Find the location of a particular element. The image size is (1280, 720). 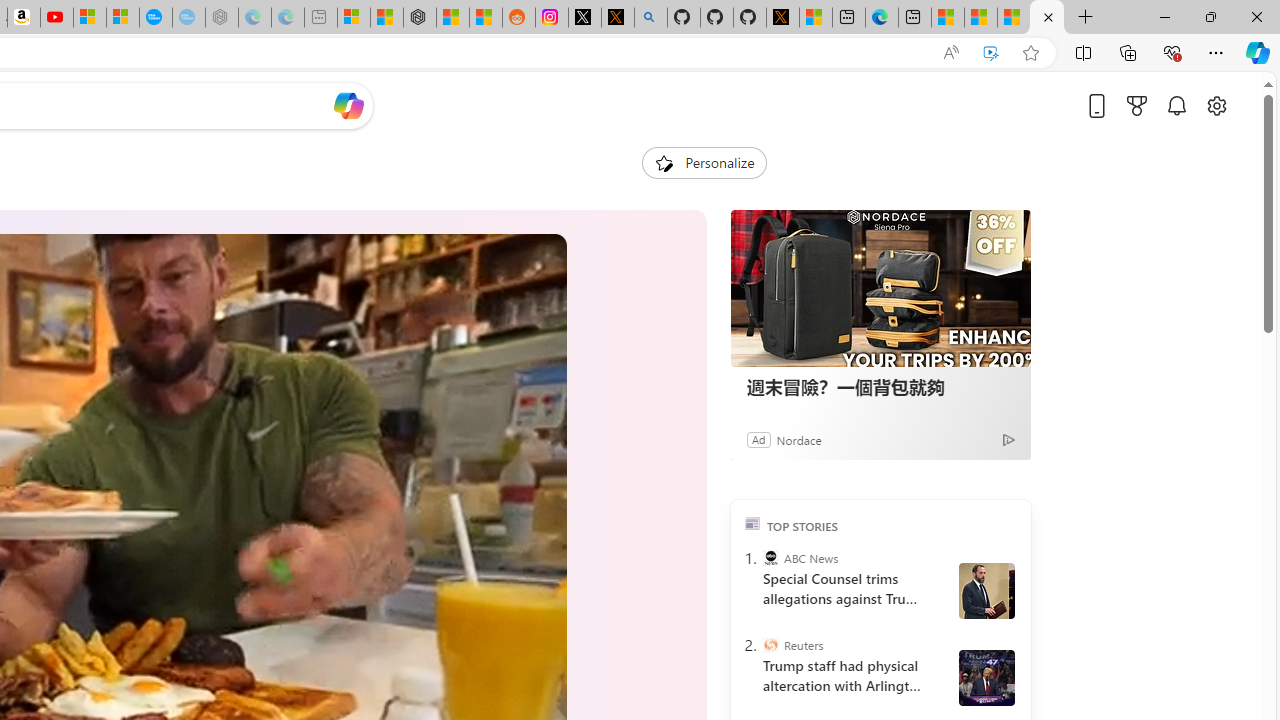

'Open Copilot' is located at coordinates (348, 105).